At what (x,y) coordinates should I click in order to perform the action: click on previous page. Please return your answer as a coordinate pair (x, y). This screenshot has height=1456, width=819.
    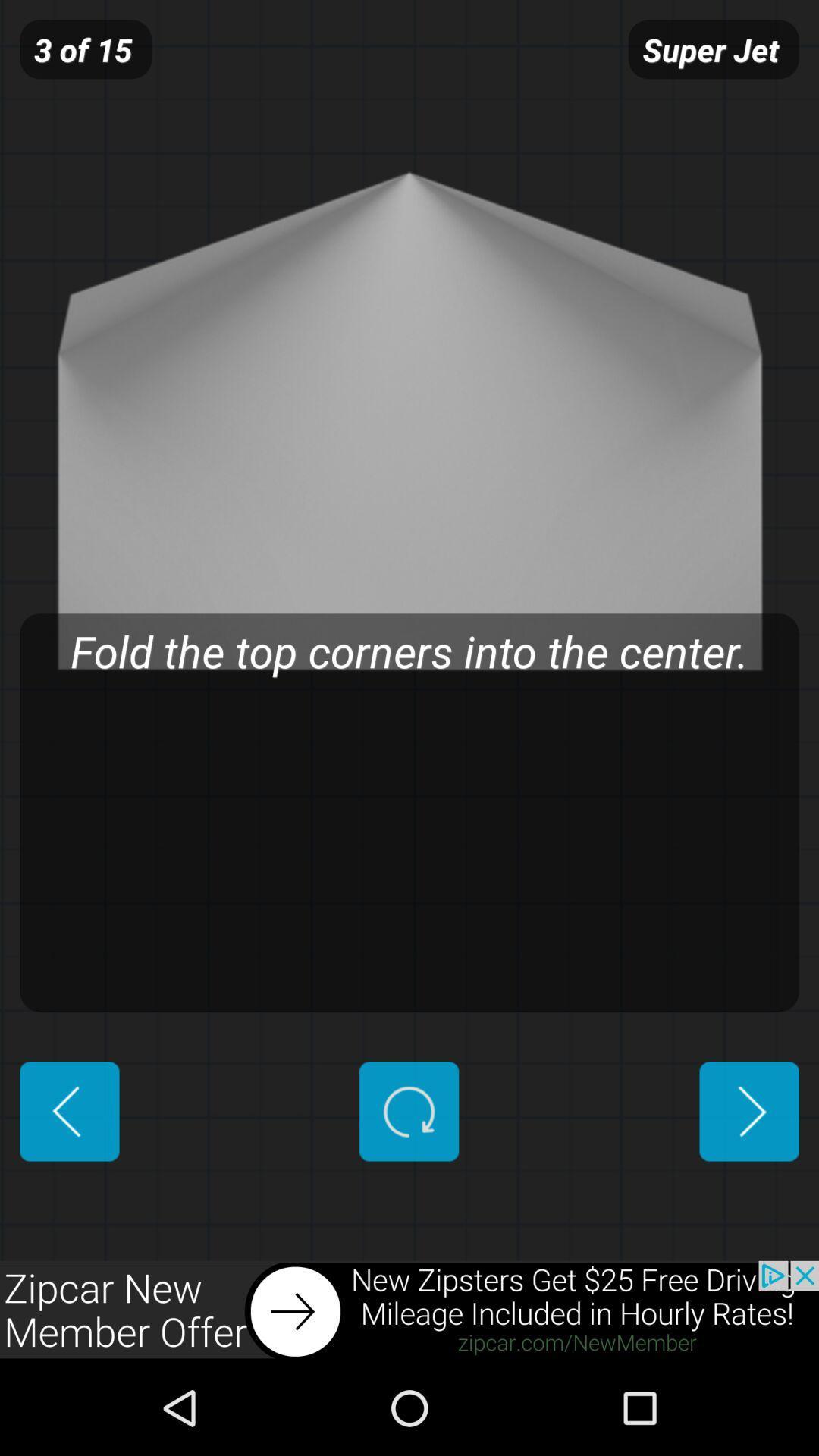
    Looking at the image, I should click on (69, 1111).